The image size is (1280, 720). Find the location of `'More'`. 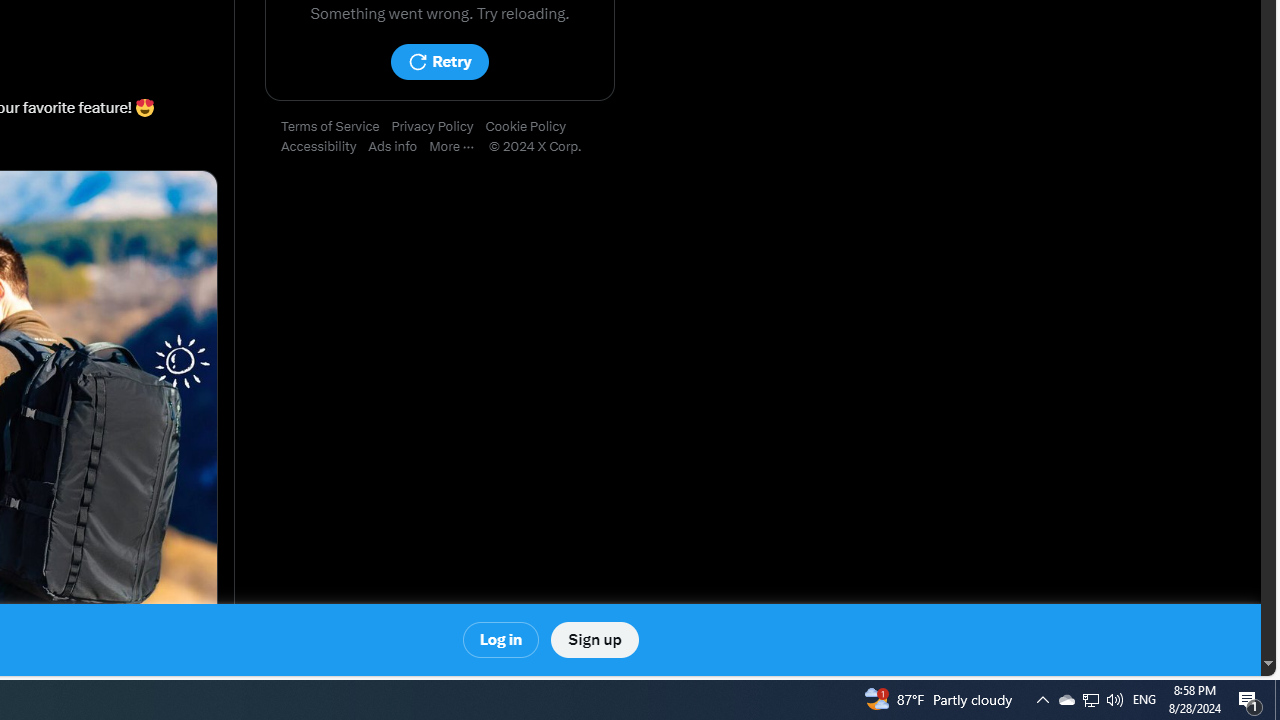

'More' is located at coordinates (457, 146).